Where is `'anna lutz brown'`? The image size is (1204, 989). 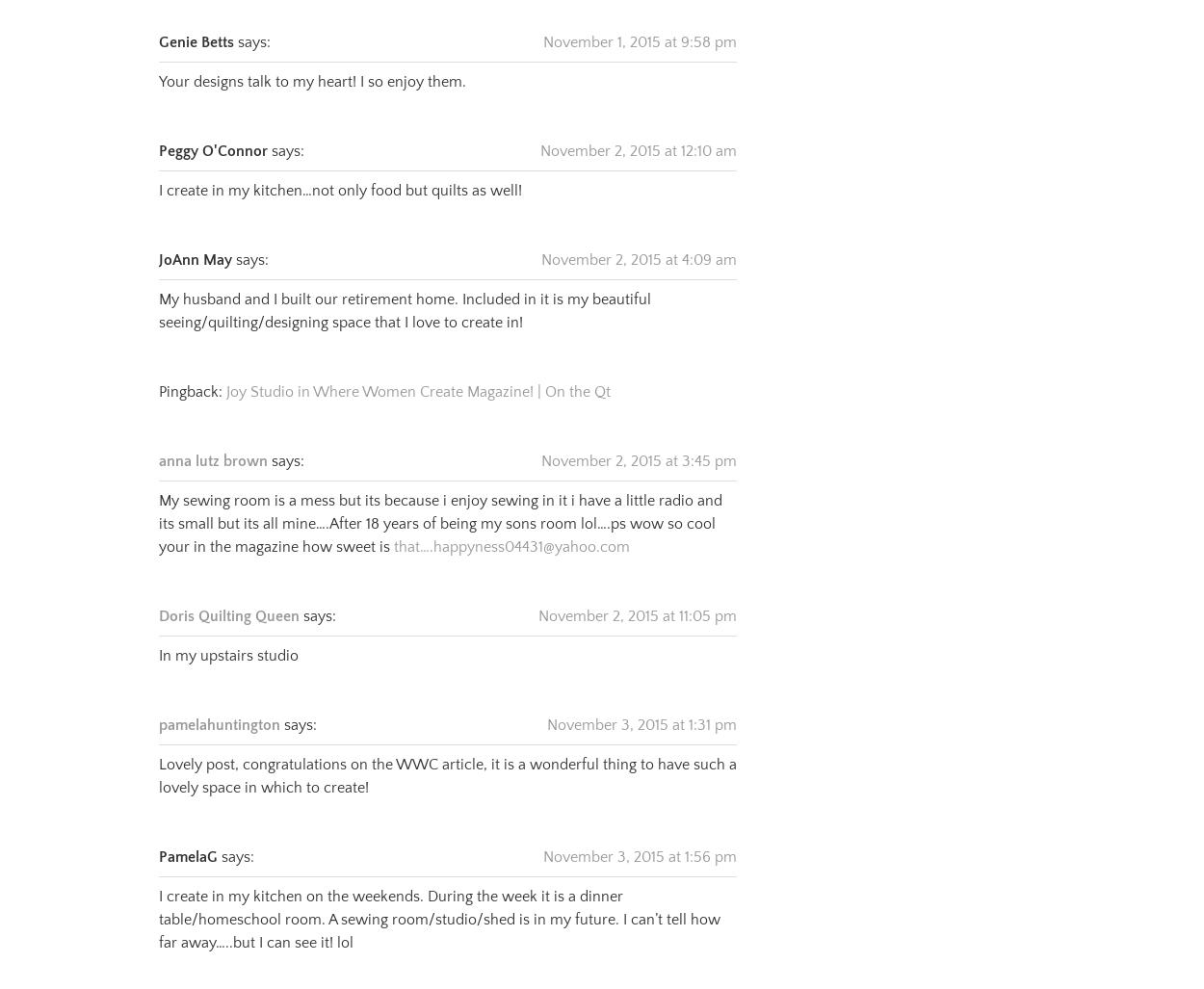 'anna lutz brown' is located at coordinates (212, 436).